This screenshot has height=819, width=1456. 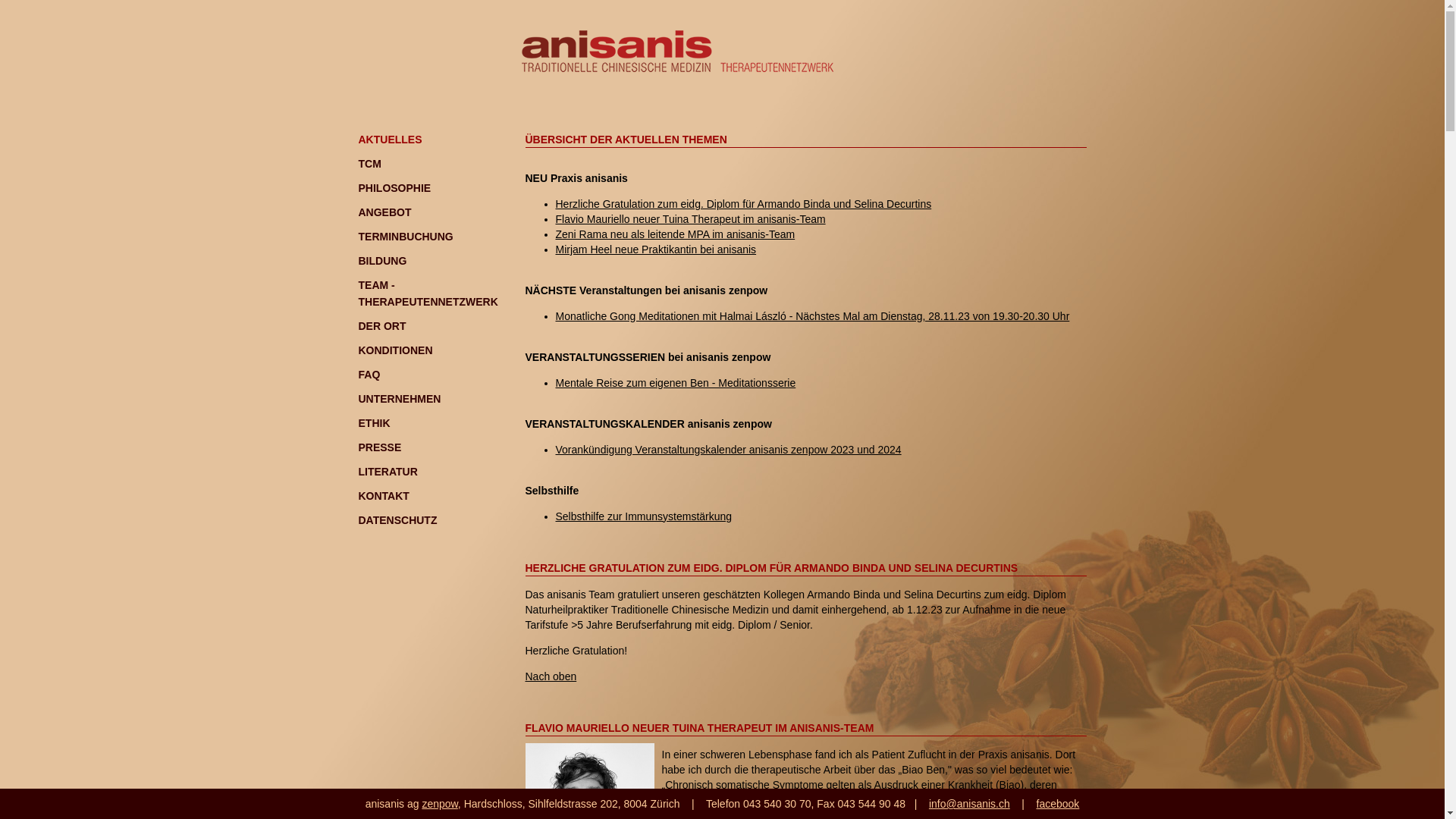 I want to click on 'Nach oben', so click(x=549, y=675).